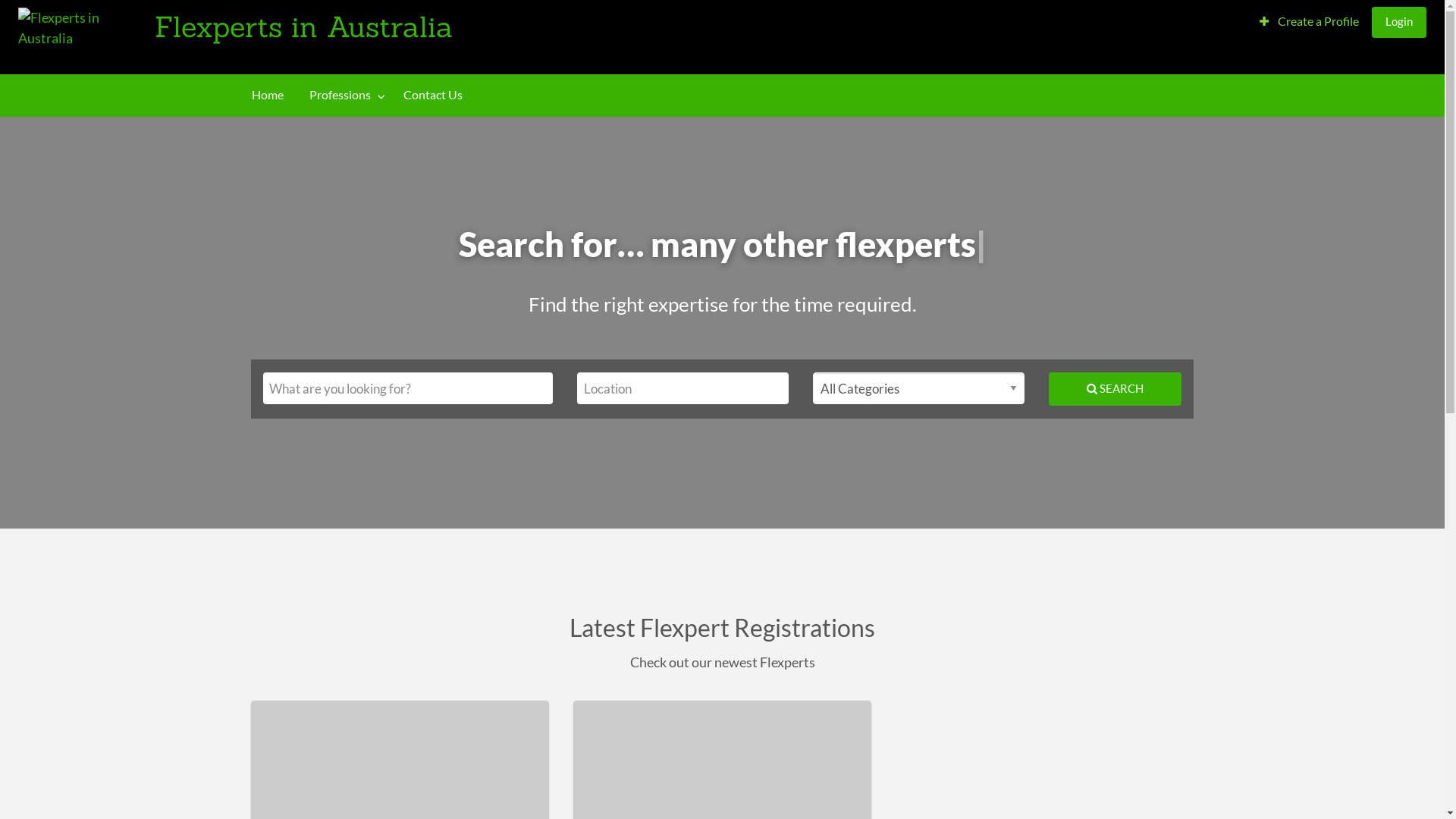  What do you see at coordinates (303, 26) in the screenshot?
I see `'Flexperts in Australia'` at bounding box center [303, 26].